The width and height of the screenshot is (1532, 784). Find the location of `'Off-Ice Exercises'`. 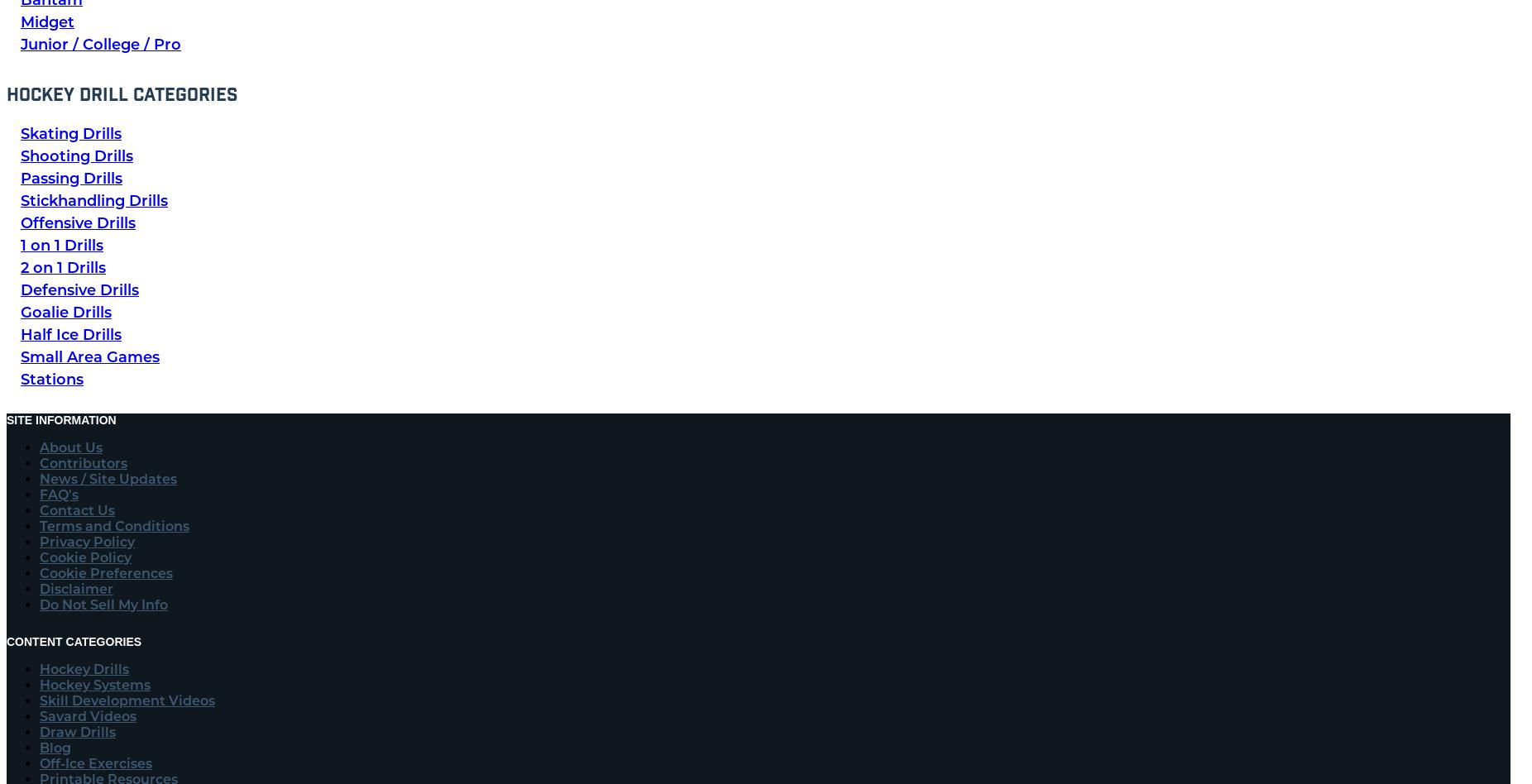

'Off-Ice Exercises' is located at coordinates (38, 762).